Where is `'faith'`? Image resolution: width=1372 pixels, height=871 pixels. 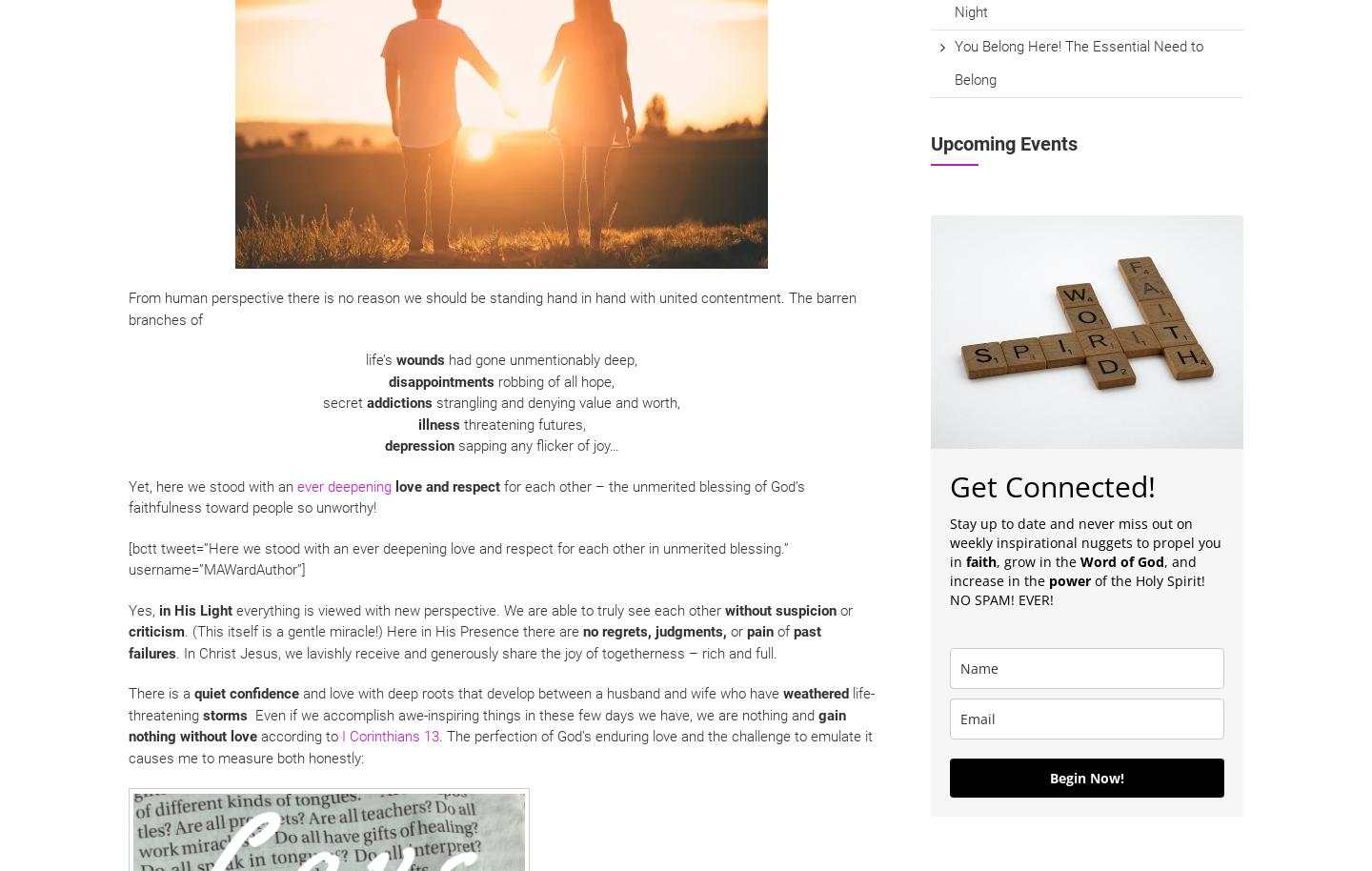
'faith' is located at coordinates (981, 561).